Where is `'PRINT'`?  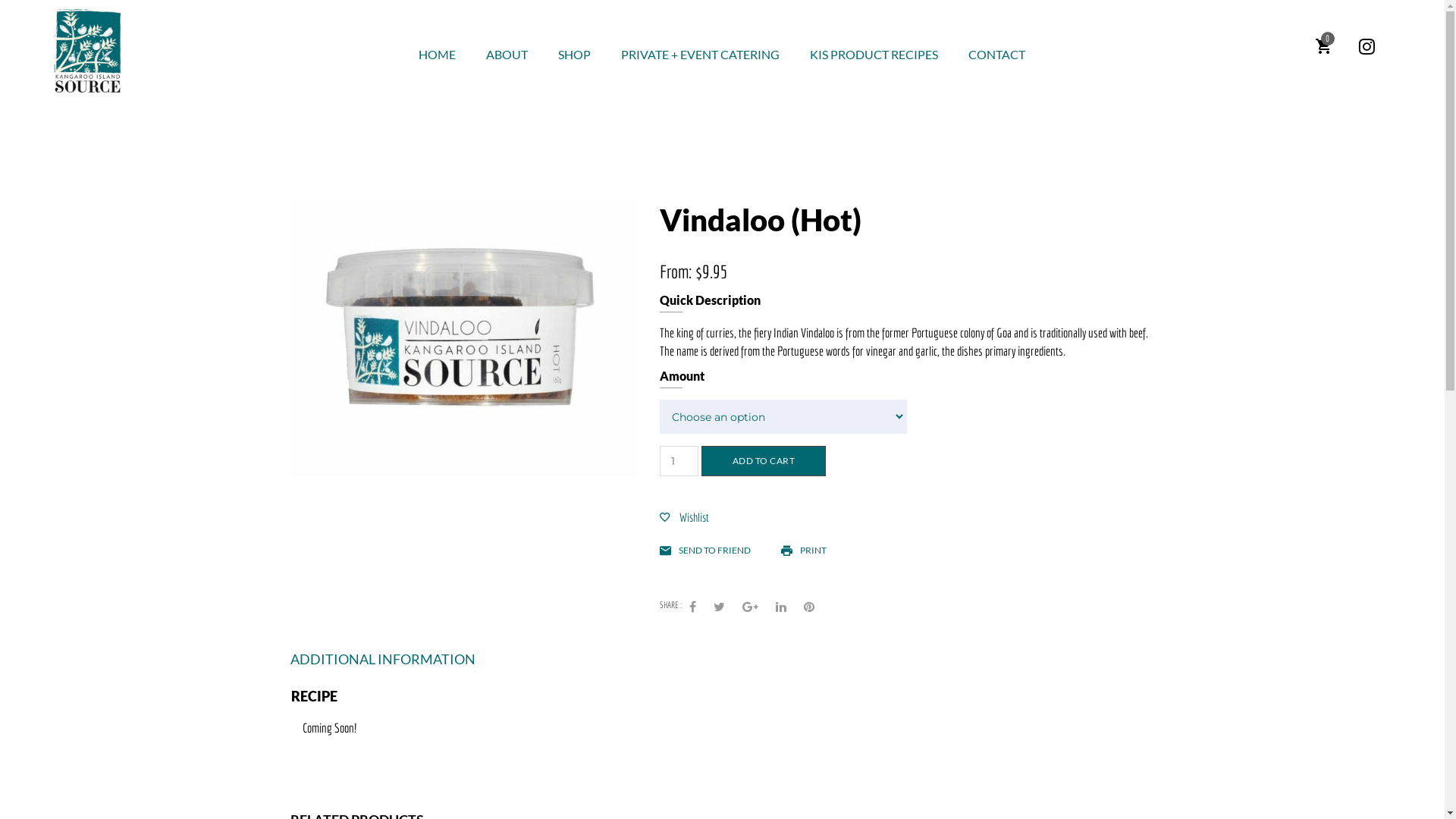 'PRINT' is located at coordinates (803, 550).